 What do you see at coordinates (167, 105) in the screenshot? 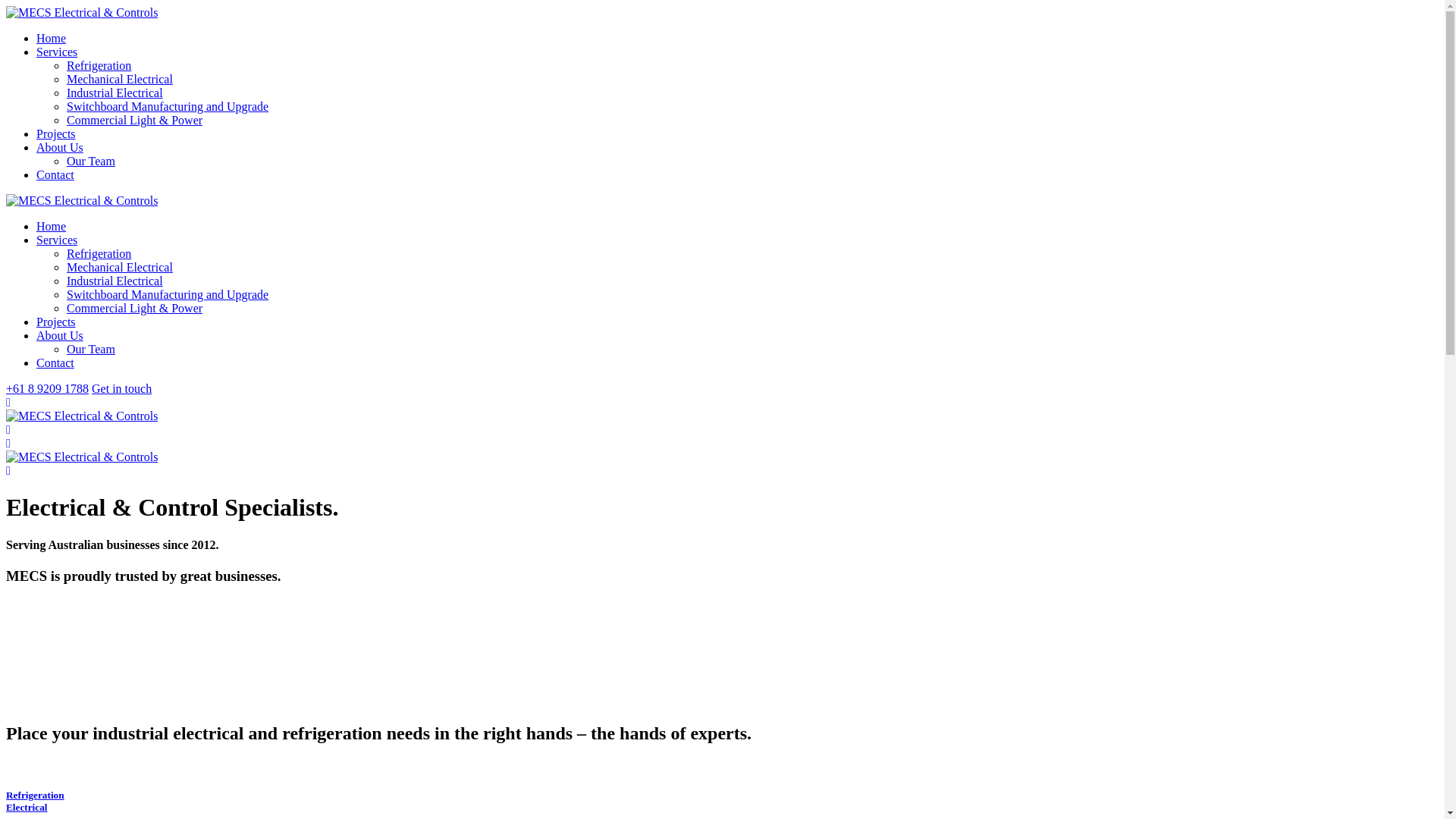
I see `'Switchboard Manufacturing and Upgrade'` at bounding box center [167, 105].